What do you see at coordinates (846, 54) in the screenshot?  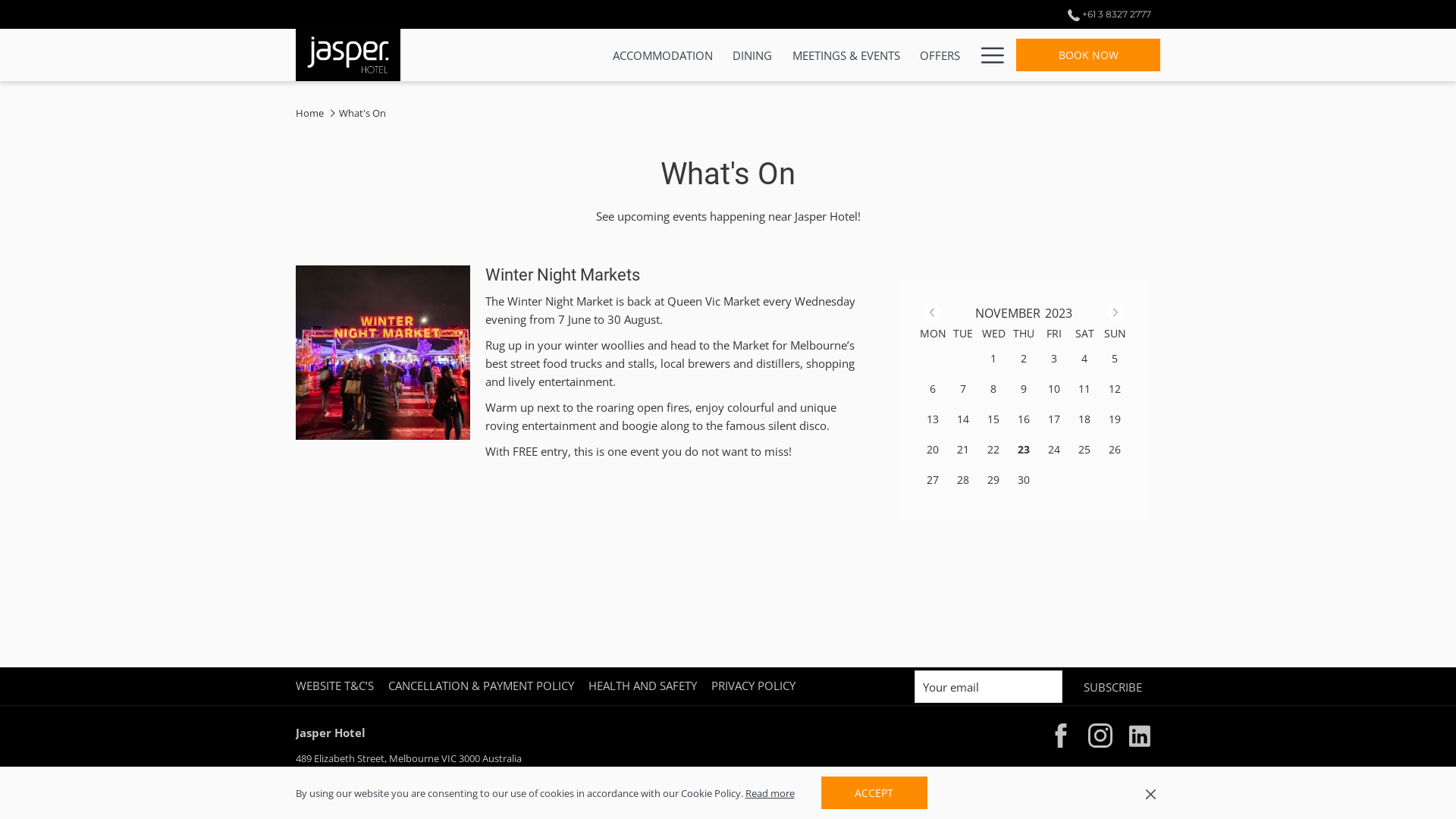 I see `'MEETINGS & EVENTS'` at bounding box center [846, 54].